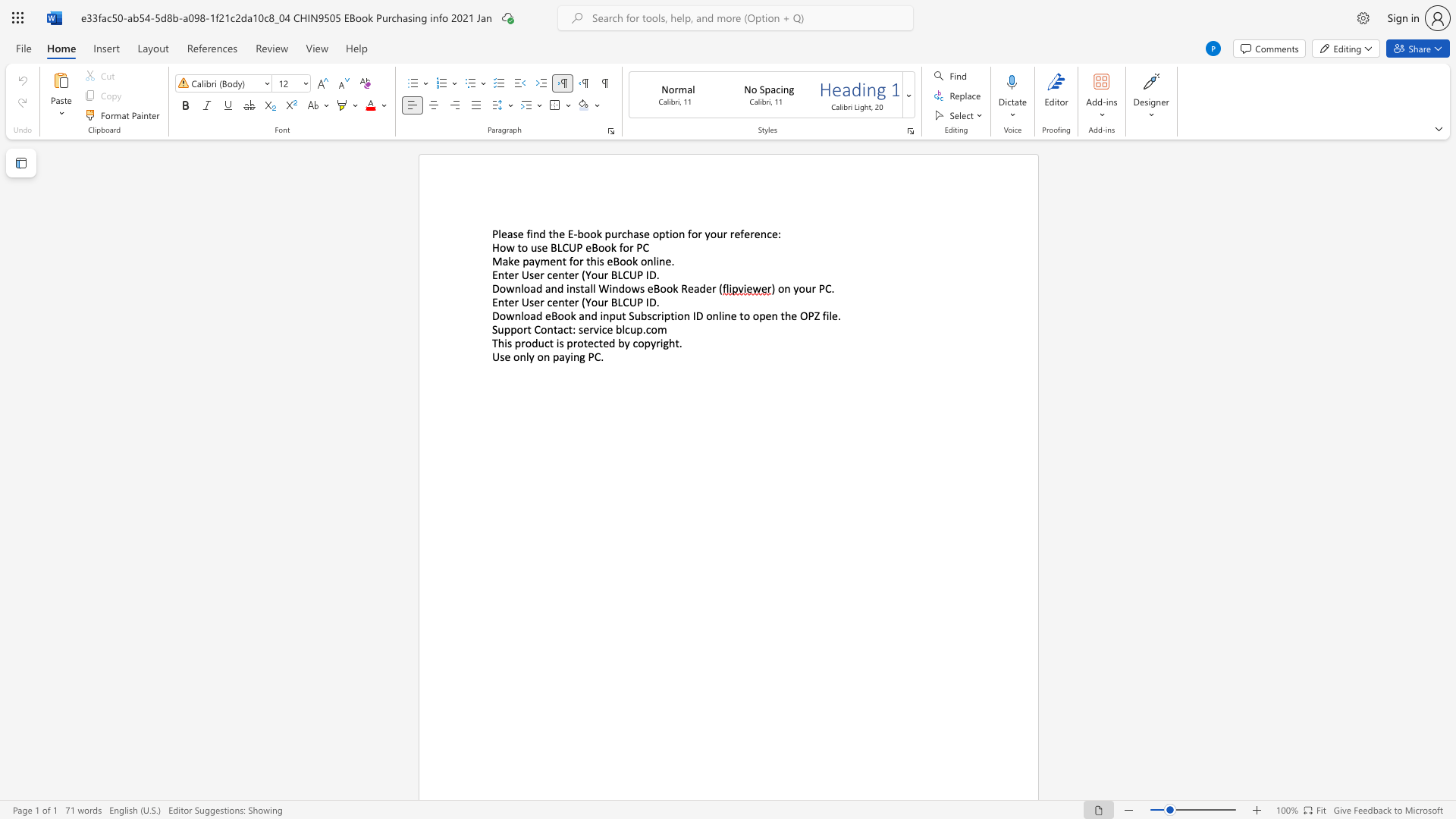 The width and height of the screenshot is (1456, 819). What do you see at coordinates (491, 234) in the screenshot?
I see `the subset text "Please find the E-book p" within the text "Please find the E-book purchase"` at bounding box center [491, 234].